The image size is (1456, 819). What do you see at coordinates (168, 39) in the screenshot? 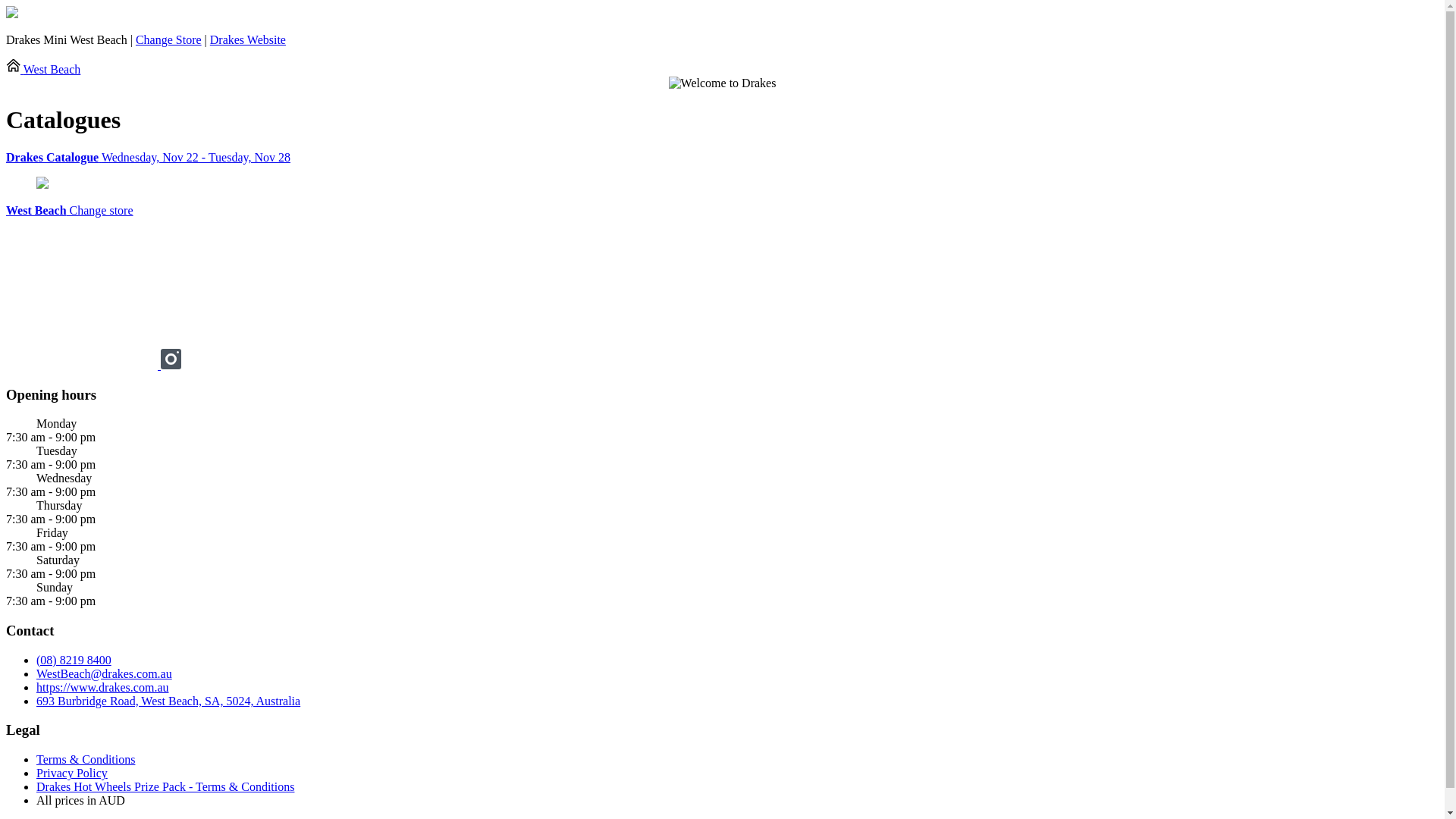
I see `'Change Store'` at bounding box center [168, 39].